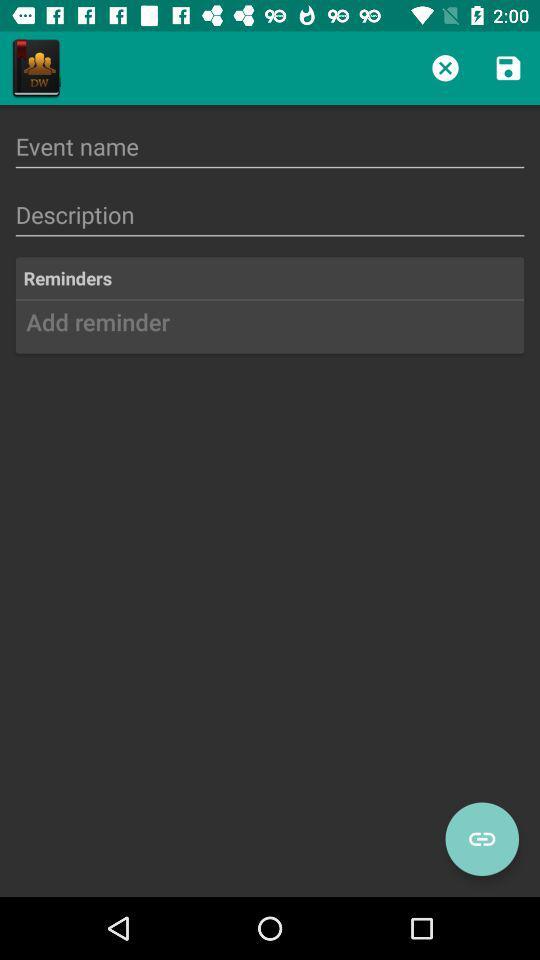 This screenshot has width=540, height=960. What do you see at coordinates (481, 839) in the screenshot?
I see `link toggle` at bounding box center [481, 839].